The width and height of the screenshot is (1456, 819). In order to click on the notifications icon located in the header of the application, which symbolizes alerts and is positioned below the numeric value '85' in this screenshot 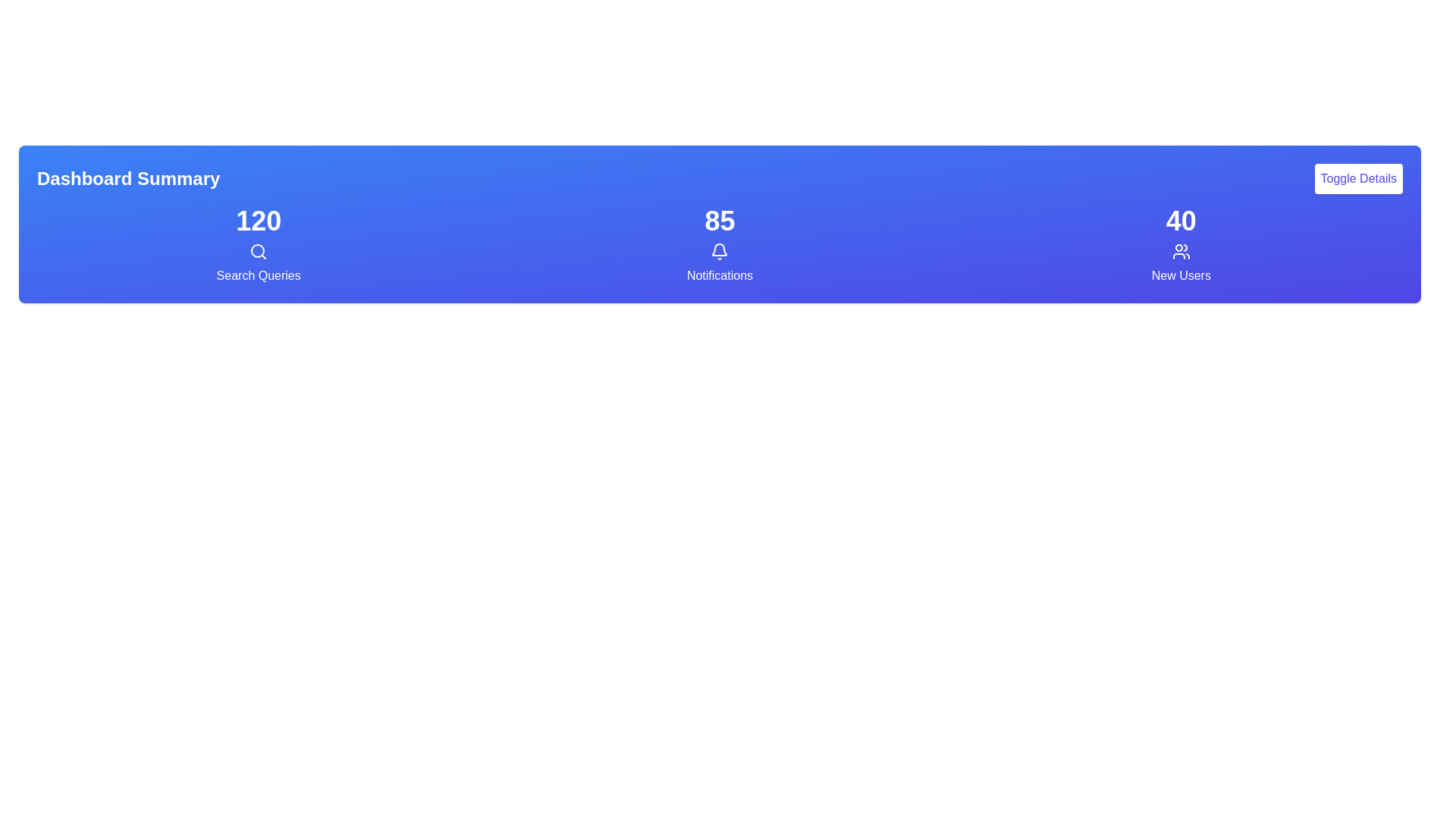, I will do `click(719, 249)`.